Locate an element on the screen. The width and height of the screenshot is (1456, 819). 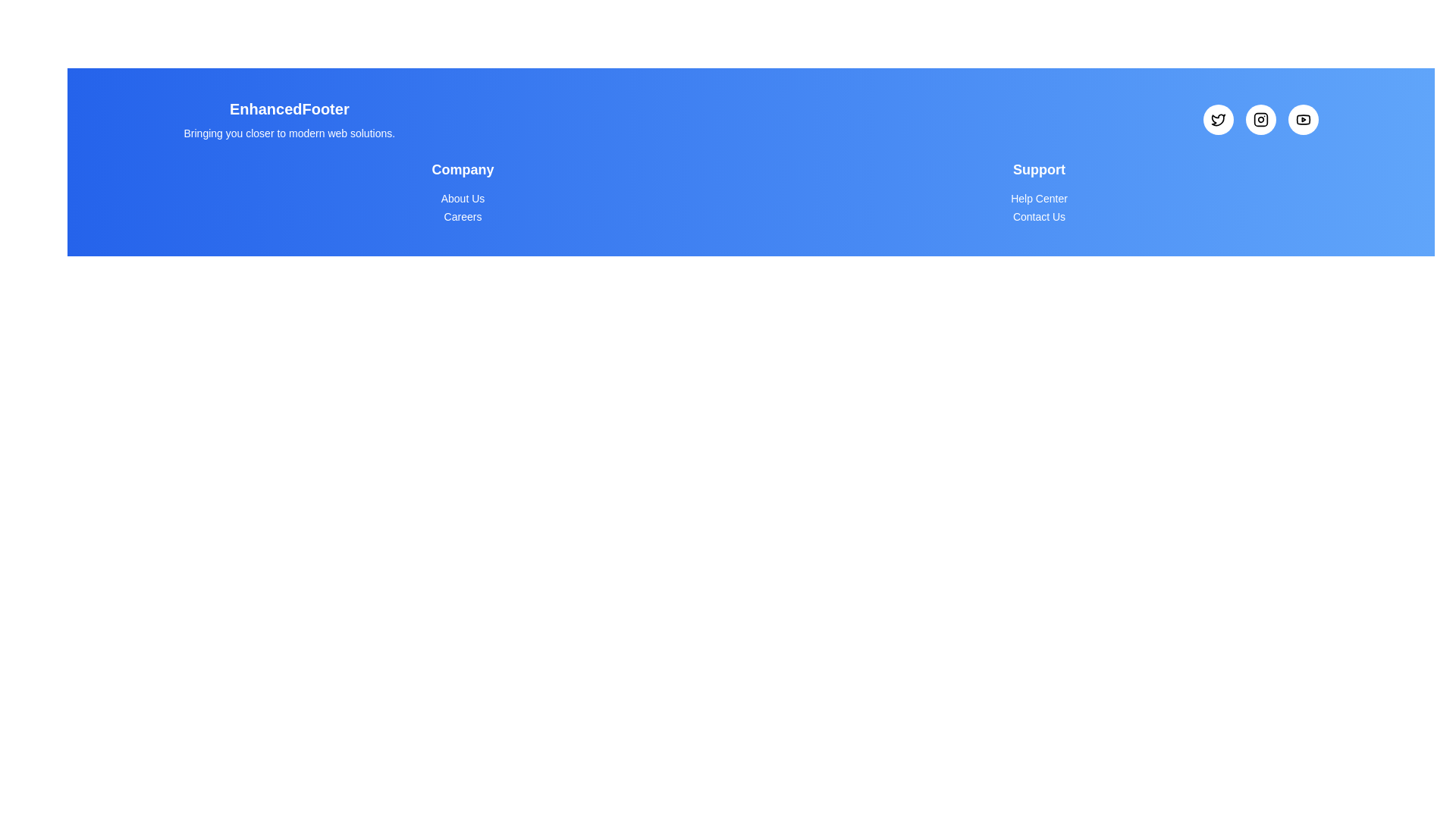
the first hyperlink in the 'Company' section of the footer is located at coordinates (462, 198).